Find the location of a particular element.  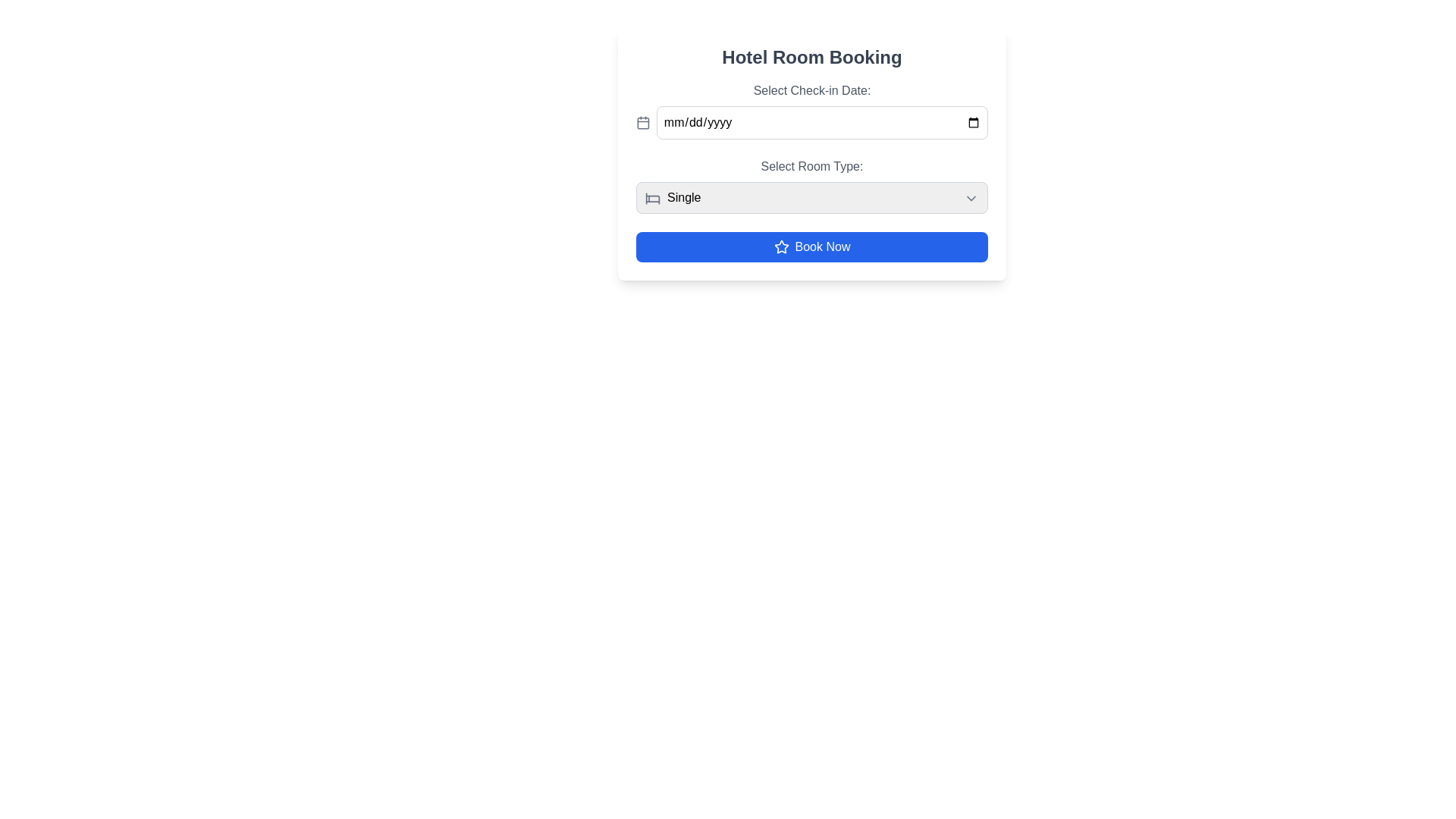

the decorative icon located near the bottom of the interface, just above the 'Book Now' button is located at coordinates (781, 246).